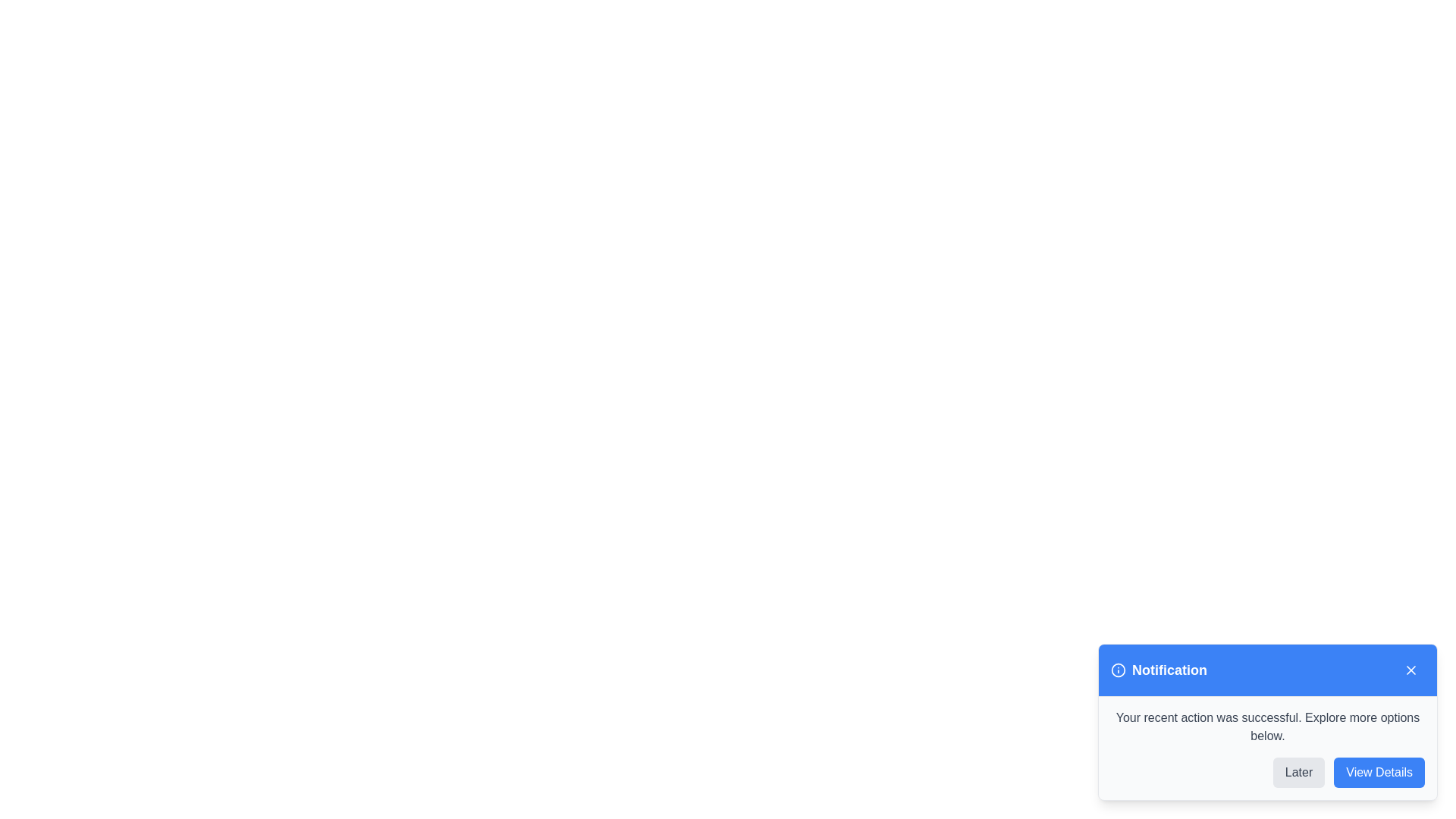 The height and width of the screenshot is (819, 1456). I want to click on the circular outline graphic element within the notification icon, located on the left part of the notification bar's header section, so click(1118, 669).